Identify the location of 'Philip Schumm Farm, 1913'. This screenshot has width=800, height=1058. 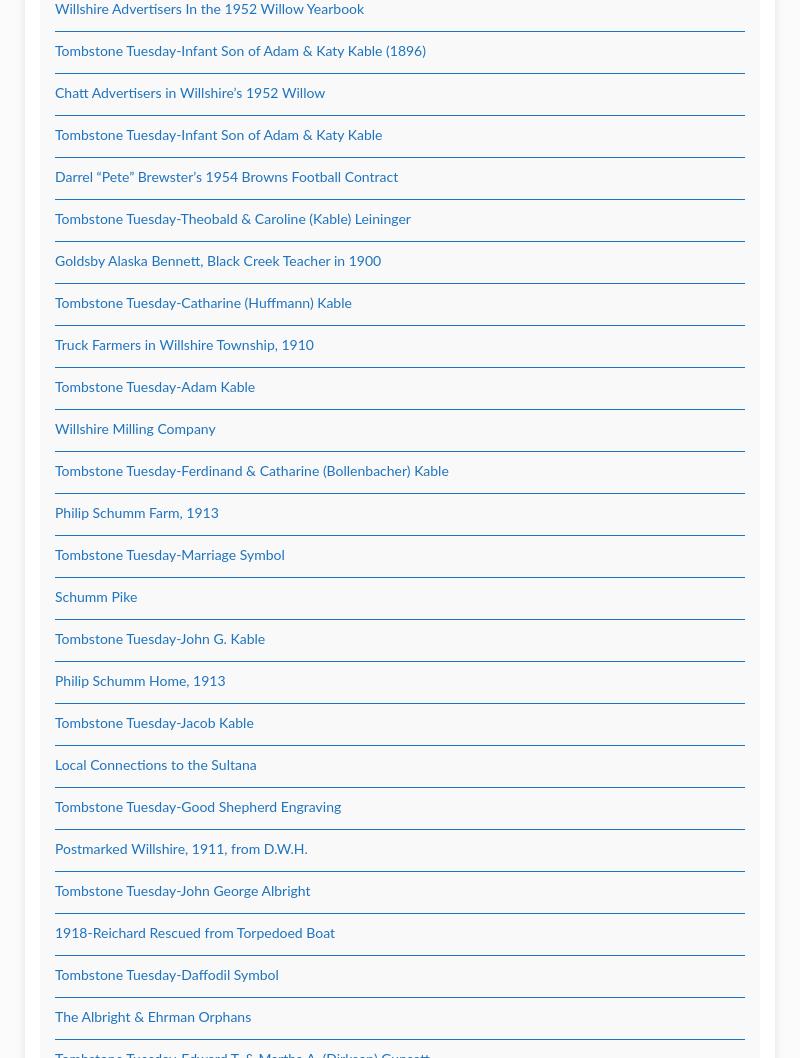
(136, 512).